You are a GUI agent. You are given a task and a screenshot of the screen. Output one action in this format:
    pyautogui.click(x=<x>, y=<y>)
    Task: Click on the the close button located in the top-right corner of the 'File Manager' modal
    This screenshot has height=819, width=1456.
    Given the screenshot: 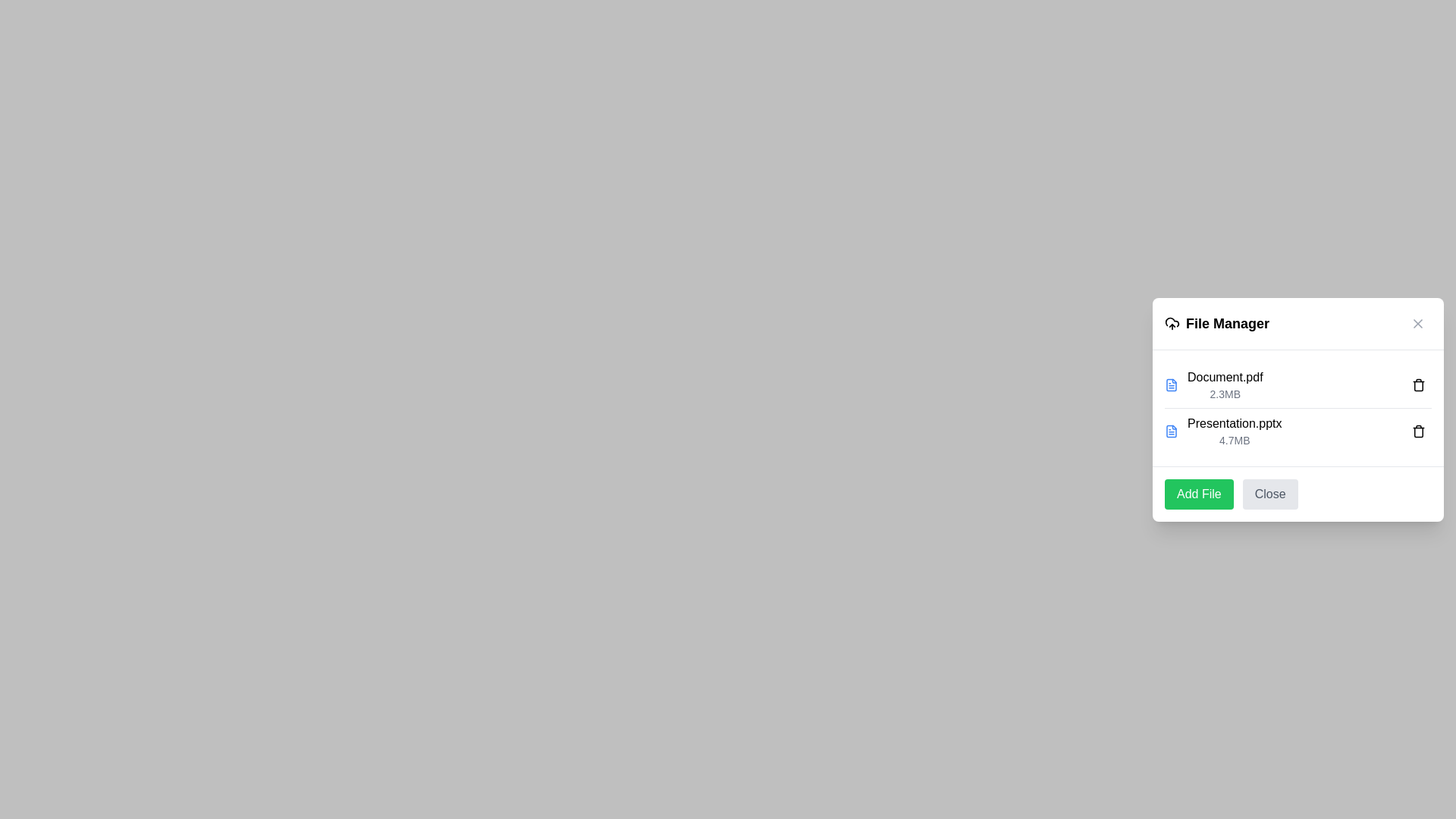 What is the action you would take?
    pyautogui.click(x=1417, y=322)
    